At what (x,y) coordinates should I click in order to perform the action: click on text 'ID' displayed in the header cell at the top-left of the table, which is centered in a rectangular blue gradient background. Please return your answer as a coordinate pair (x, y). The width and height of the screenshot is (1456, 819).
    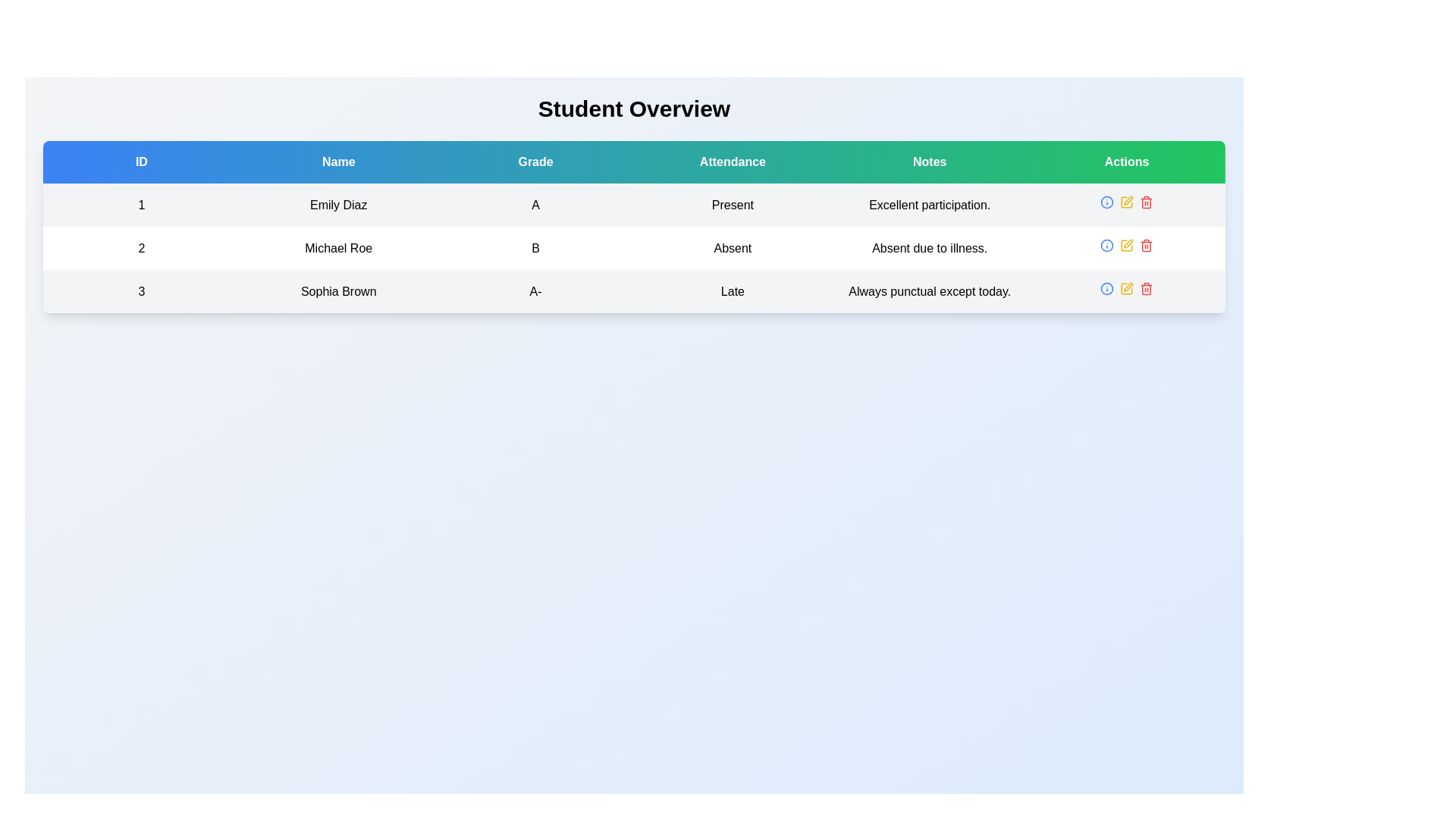
    Looking at the image, I should click on (141, 162).